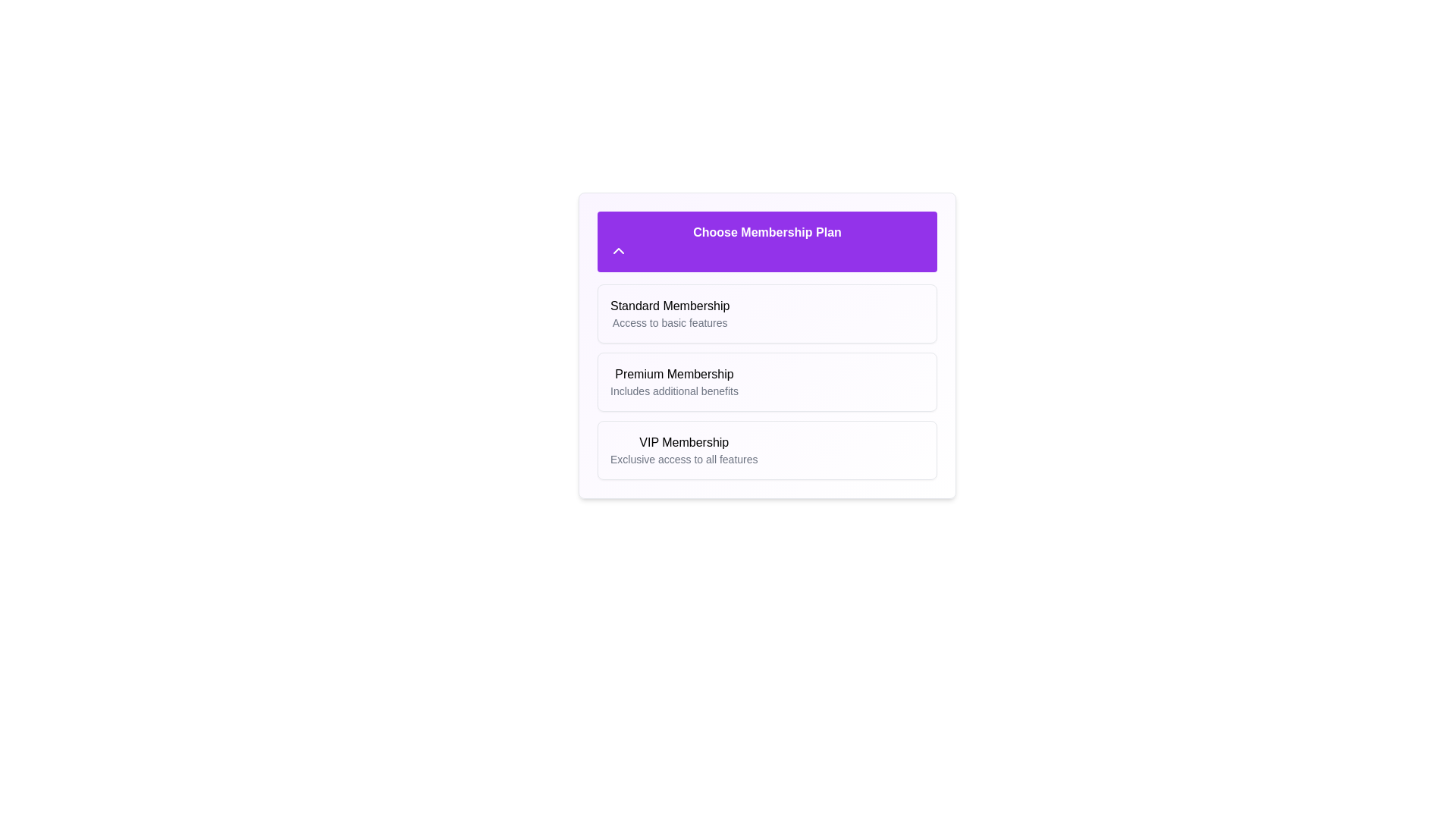 This screenshot has height=819, width=1456. What do you see at coordinates (683, 450) in the screenshot?
I see `the 'VIP Membership' text block, which is located within the third card of the vertical list of membership options, positioned below the 'Premium Membership' card and above further content` at bounding box center [683, 450].